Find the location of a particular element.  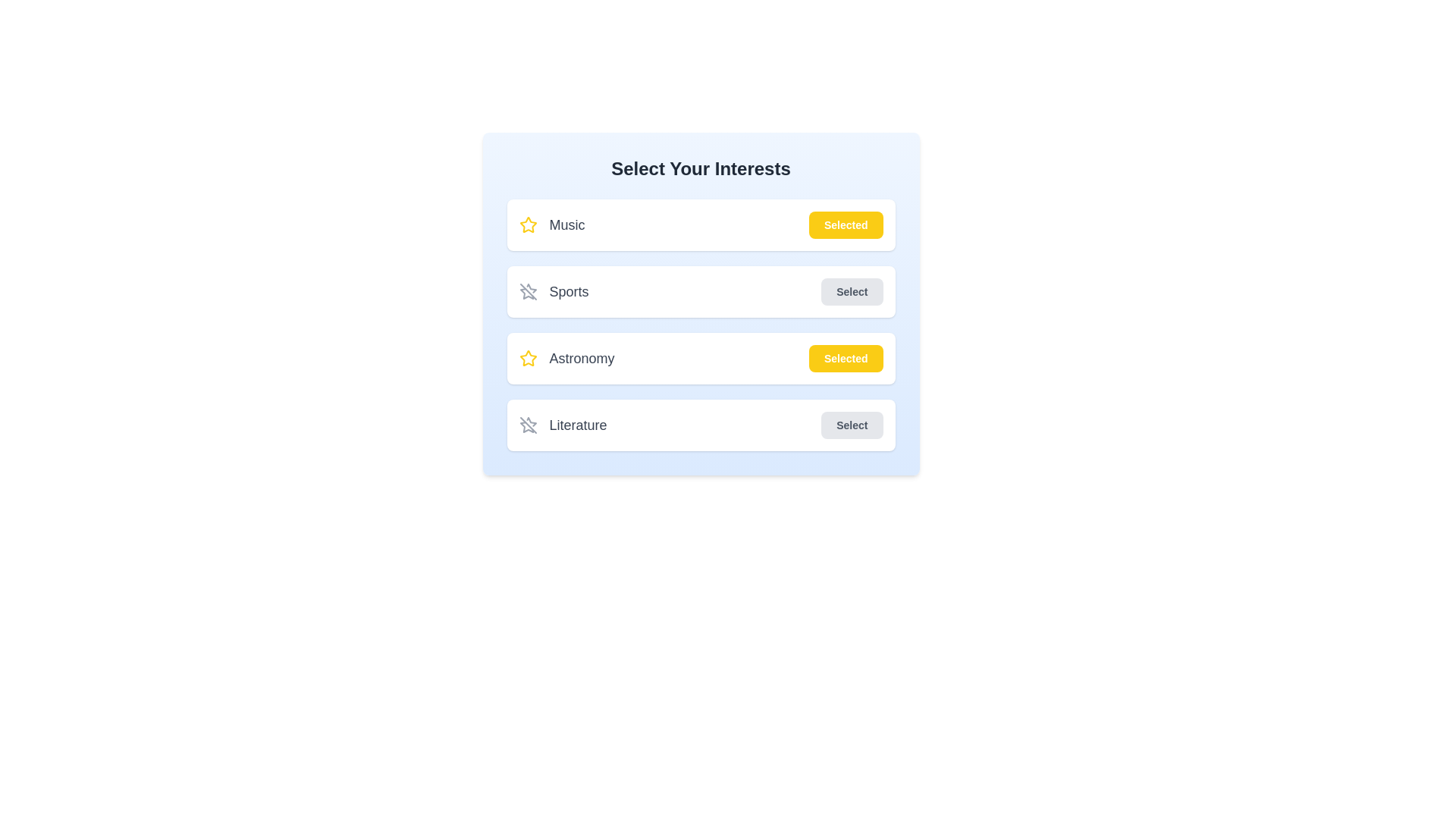

the interest Astronomy is located at coordinates (845, 359).